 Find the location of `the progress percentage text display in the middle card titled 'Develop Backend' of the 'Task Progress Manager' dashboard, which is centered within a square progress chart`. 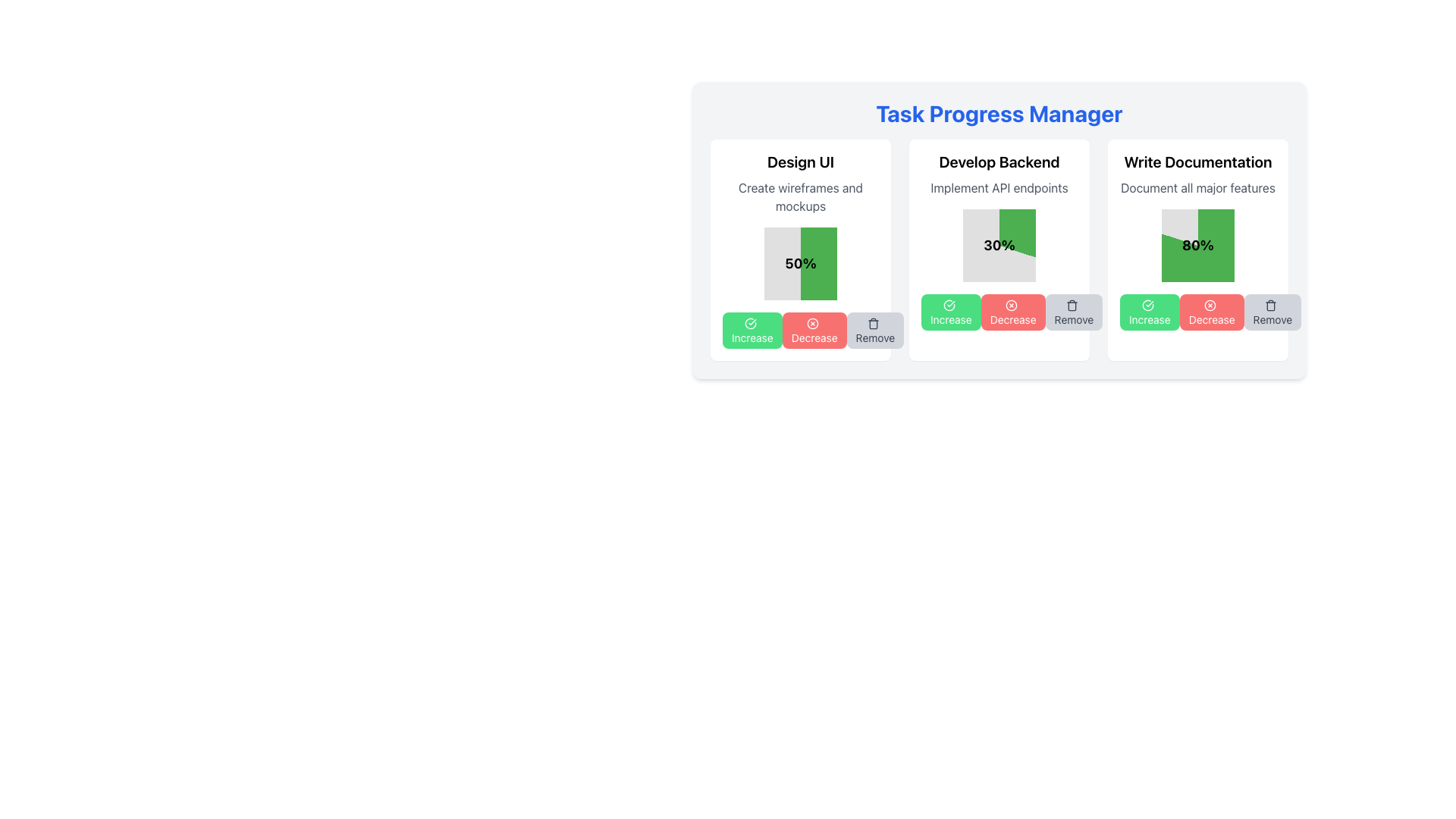

the progress percentage text display in the middle card titled 'Develop Backend' of the 'Task Progress Manager' dashboard, which is centered within a square progress chart is located at coordinates (999, 245).